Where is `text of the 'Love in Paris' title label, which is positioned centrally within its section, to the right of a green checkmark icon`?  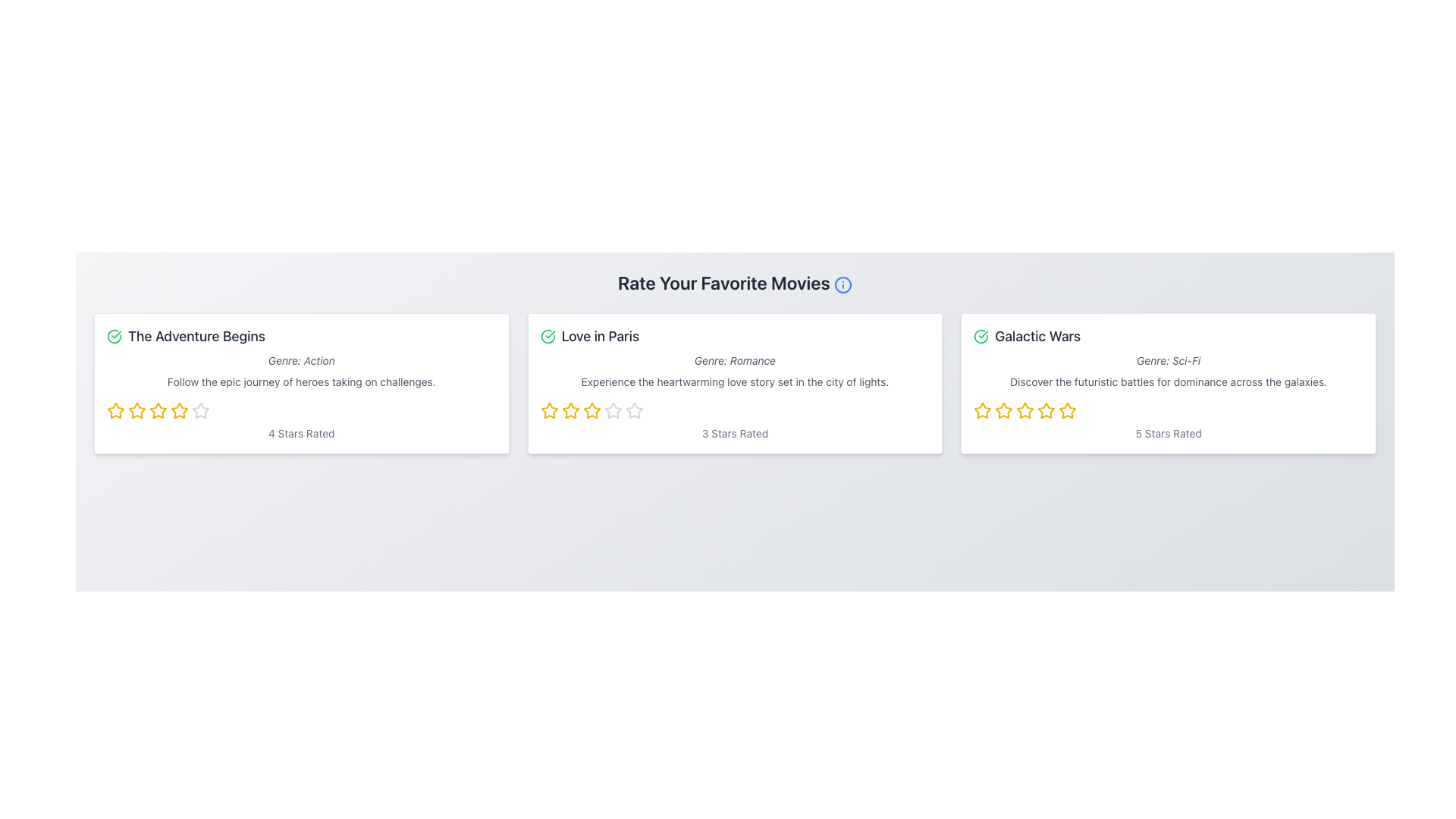 text of the 'Love in Paris' title label, which is positioned centrally within its section, to the right of a green checkmark icon is located at coordinates (599, 335).